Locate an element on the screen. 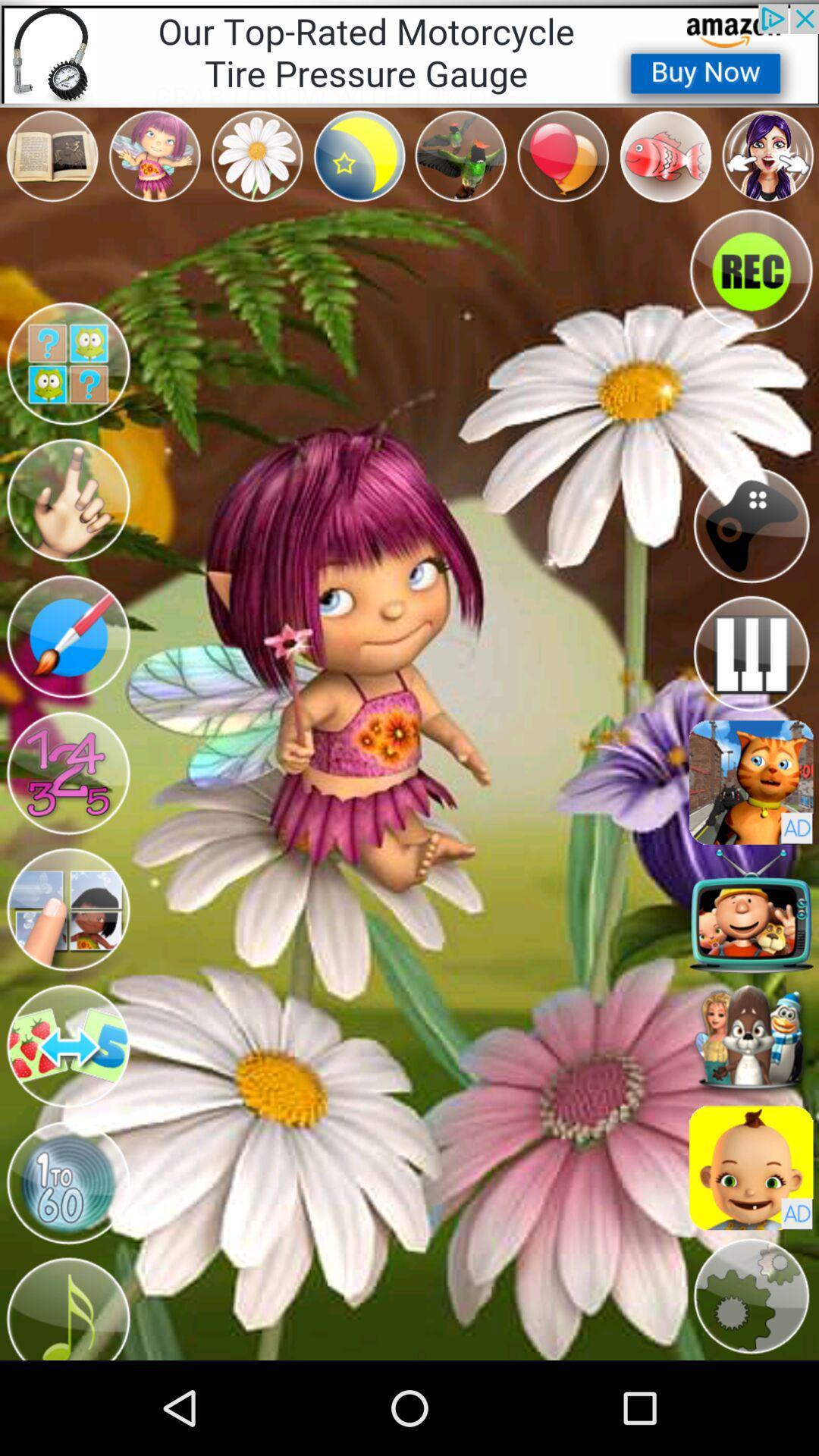  setup is located at coordinates (751, 1295).